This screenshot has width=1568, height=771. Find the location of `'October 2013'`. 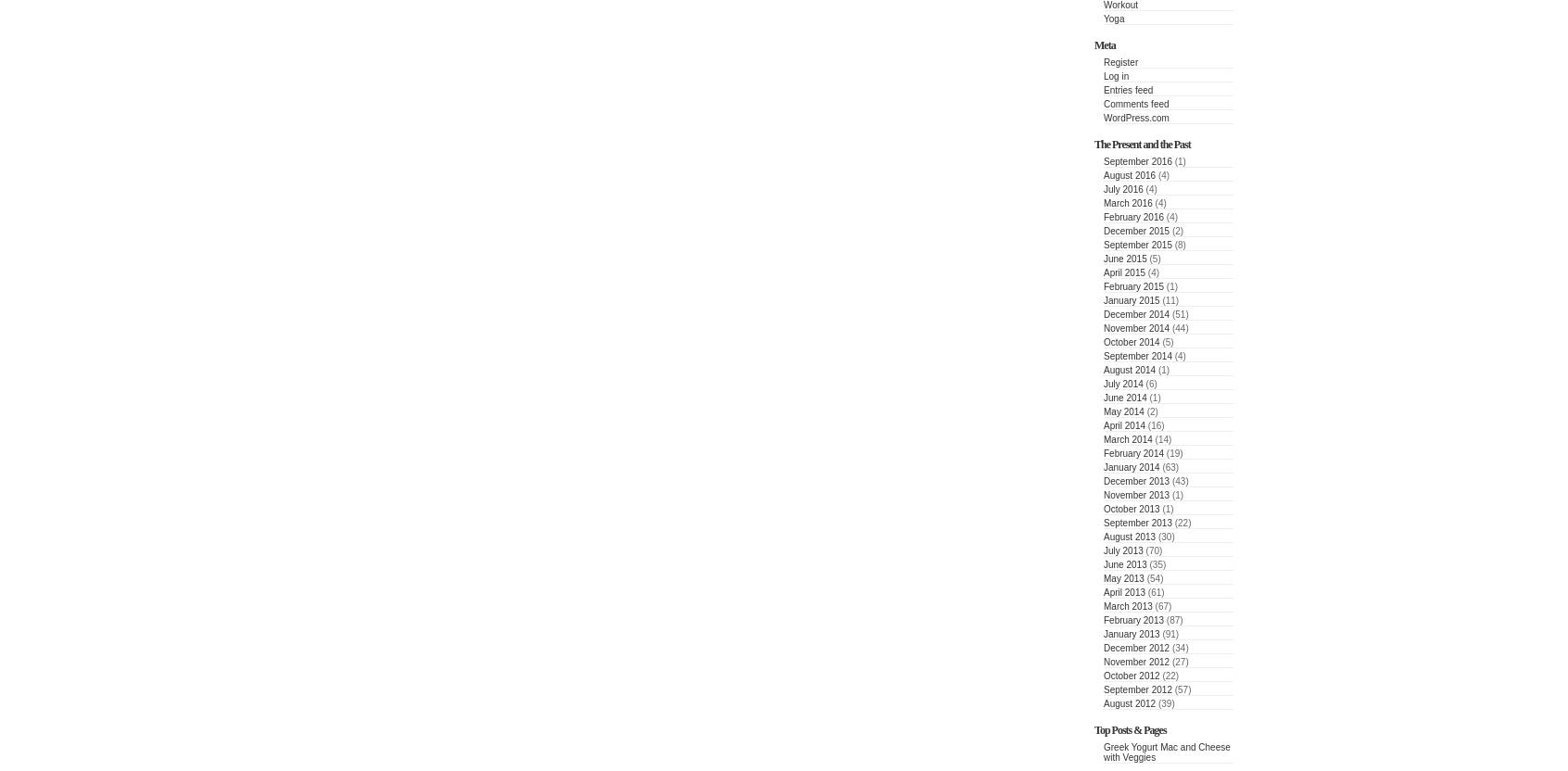

'October 2013' is located at coordinates (1131, 509).